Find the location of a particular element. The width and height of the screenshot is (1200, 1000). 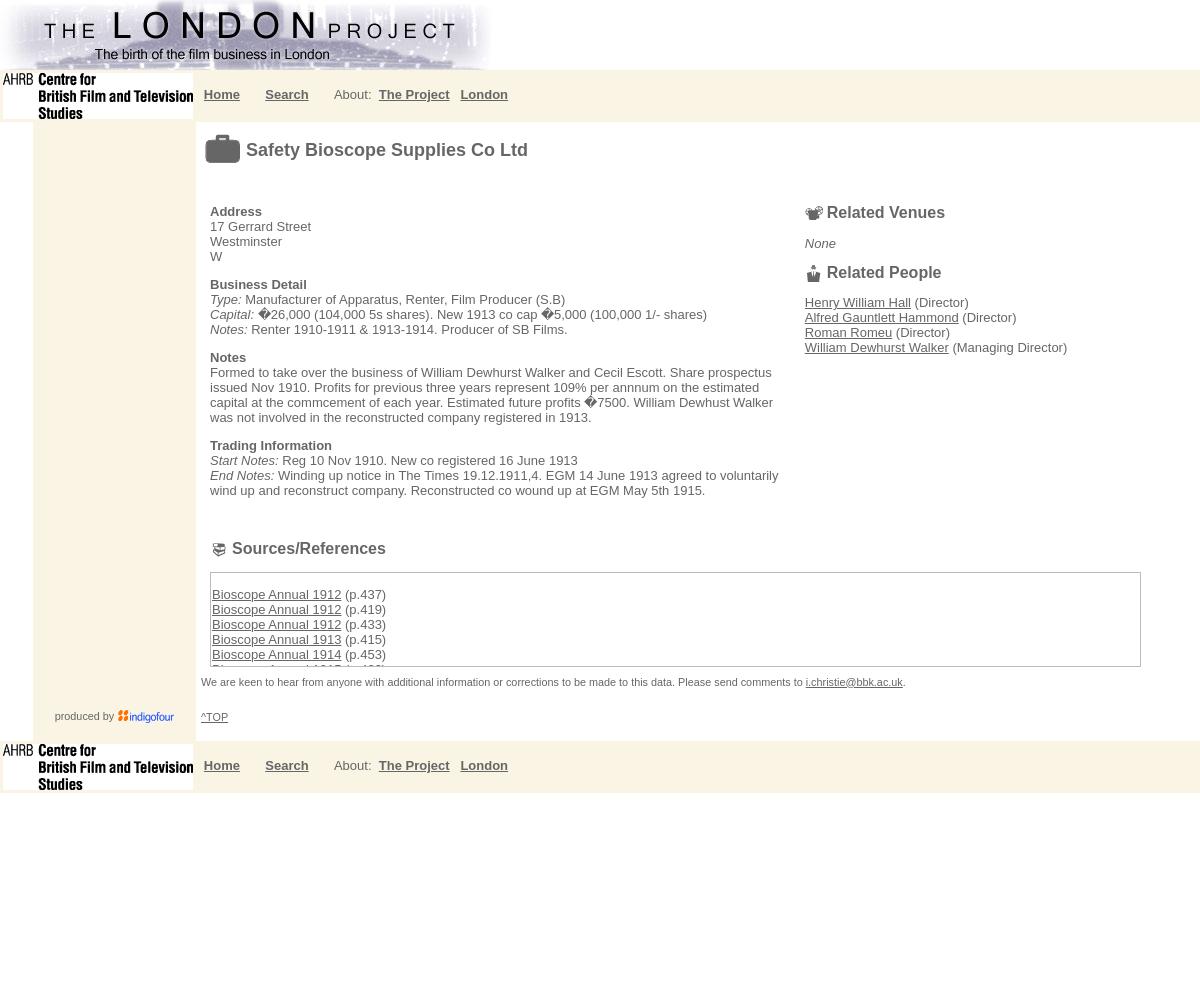

'Reg 10 Nov 1910. New co registered 16 June 1913' is located at coordinates (427, 459).